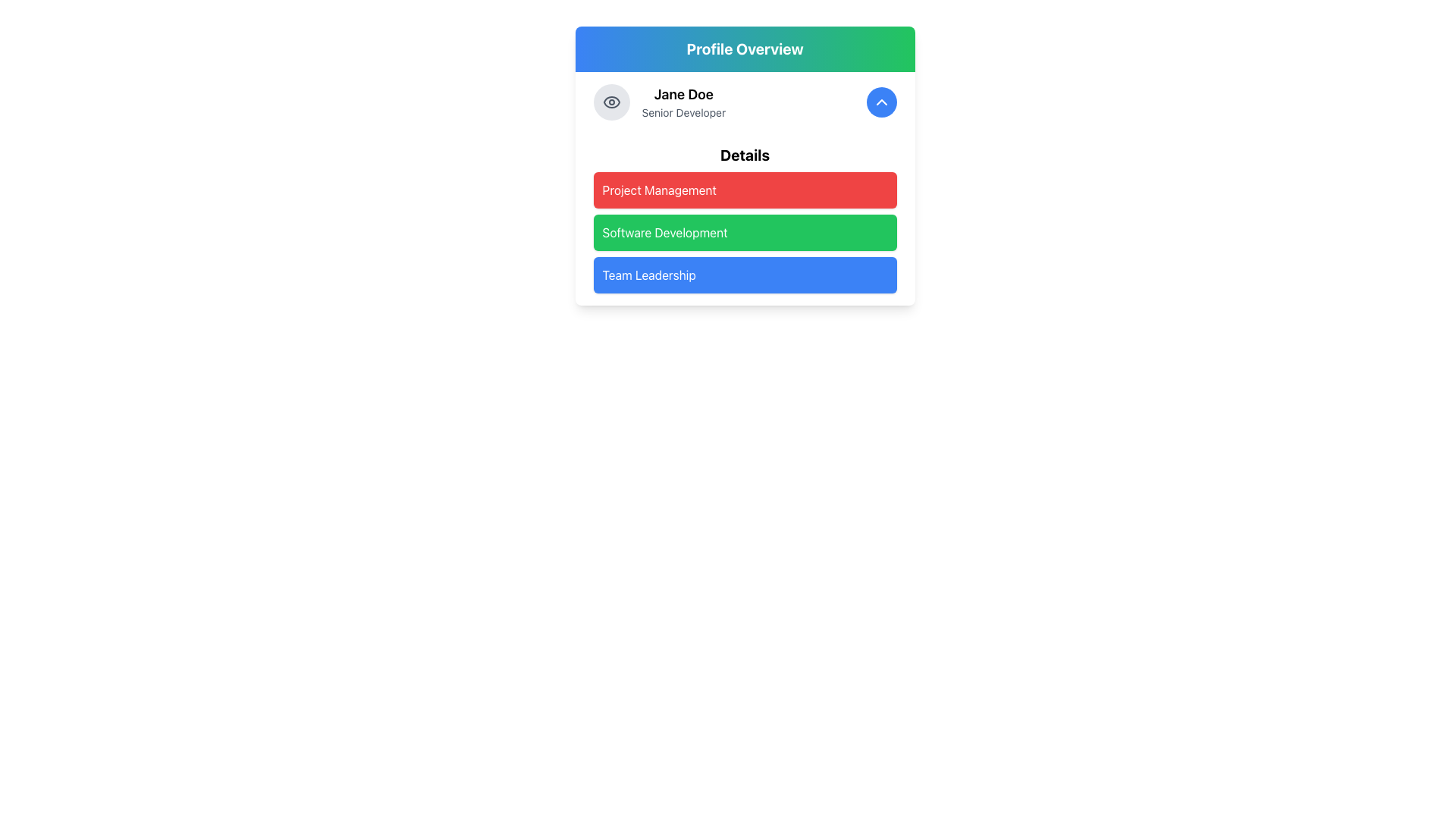 The image size is (1456, 819). I want to click on the text label providing a subtitle to the name 'Jane Doe' in the profile card, so click(682, 112).